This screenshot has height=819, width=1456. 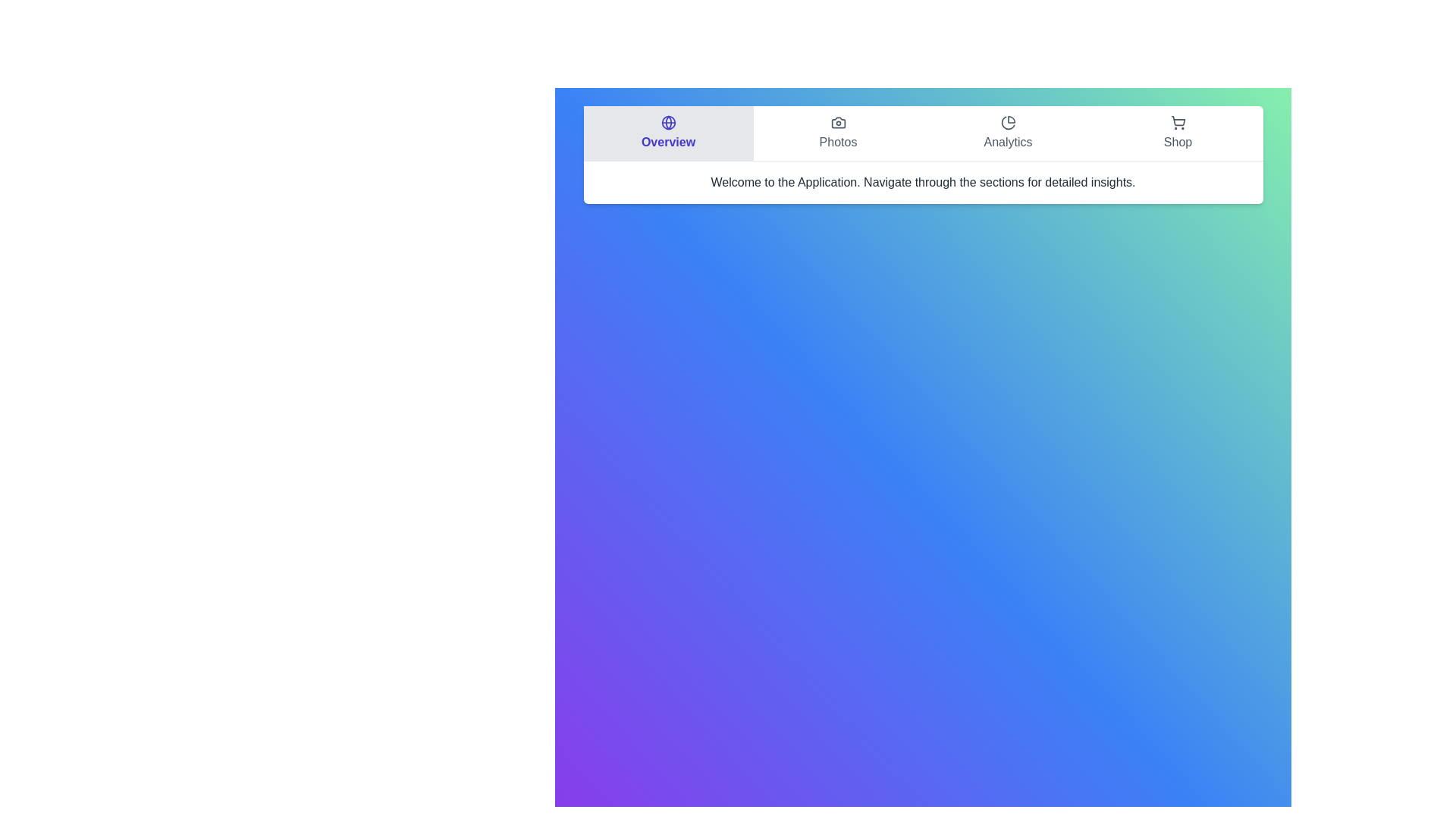 I want to click on the 'Analytics' icon in the top navigation bar, so click(x=1008, y=122).